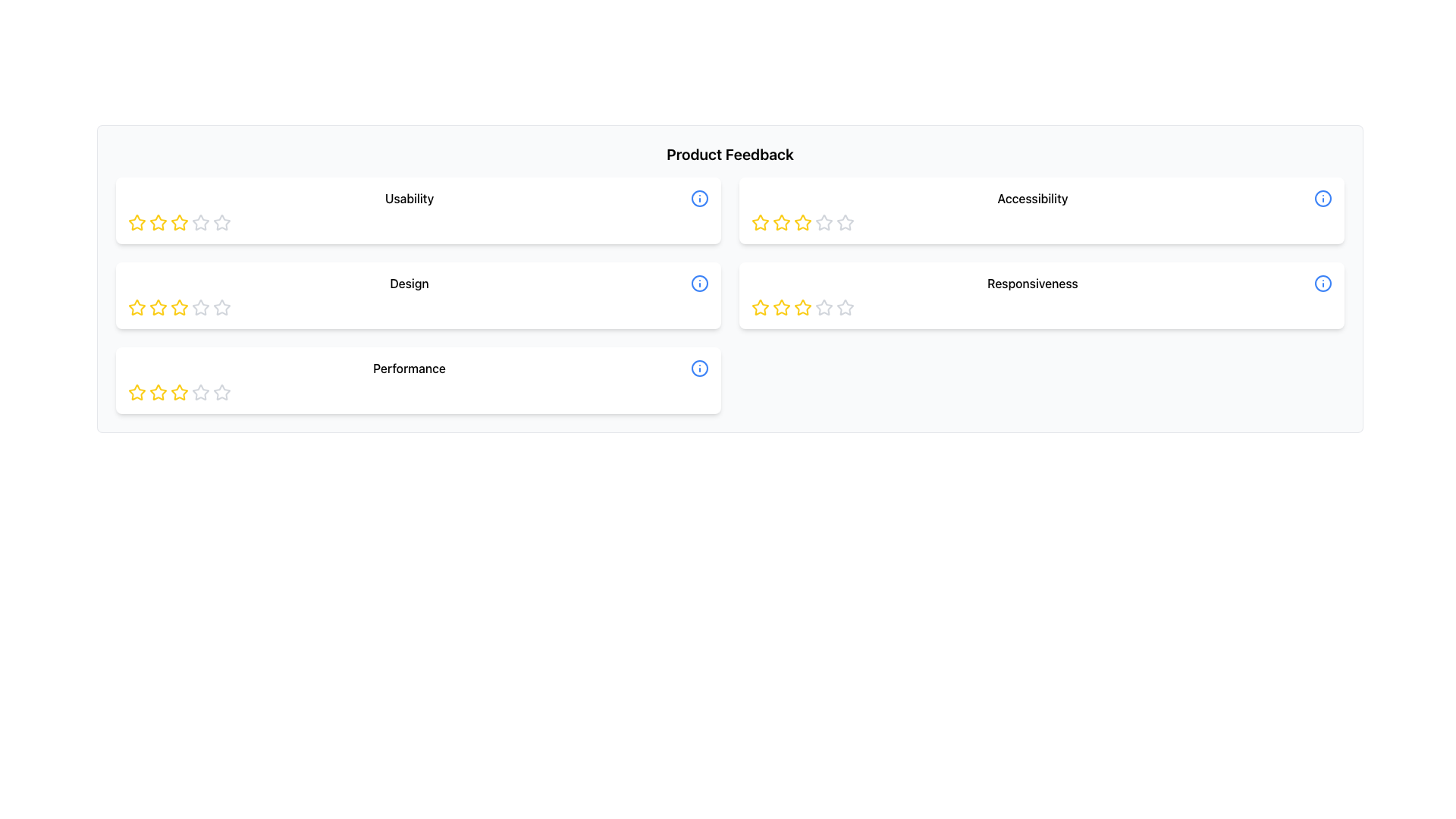 This screenshot has width=1456, height=819. Describe the element at coordinates (1032, 198) in the screenshot. I see `the 'Accessibility' feedback category label located in the top right quadrant of the 'Product Feedback' section, which precedes an information icon` at that location.